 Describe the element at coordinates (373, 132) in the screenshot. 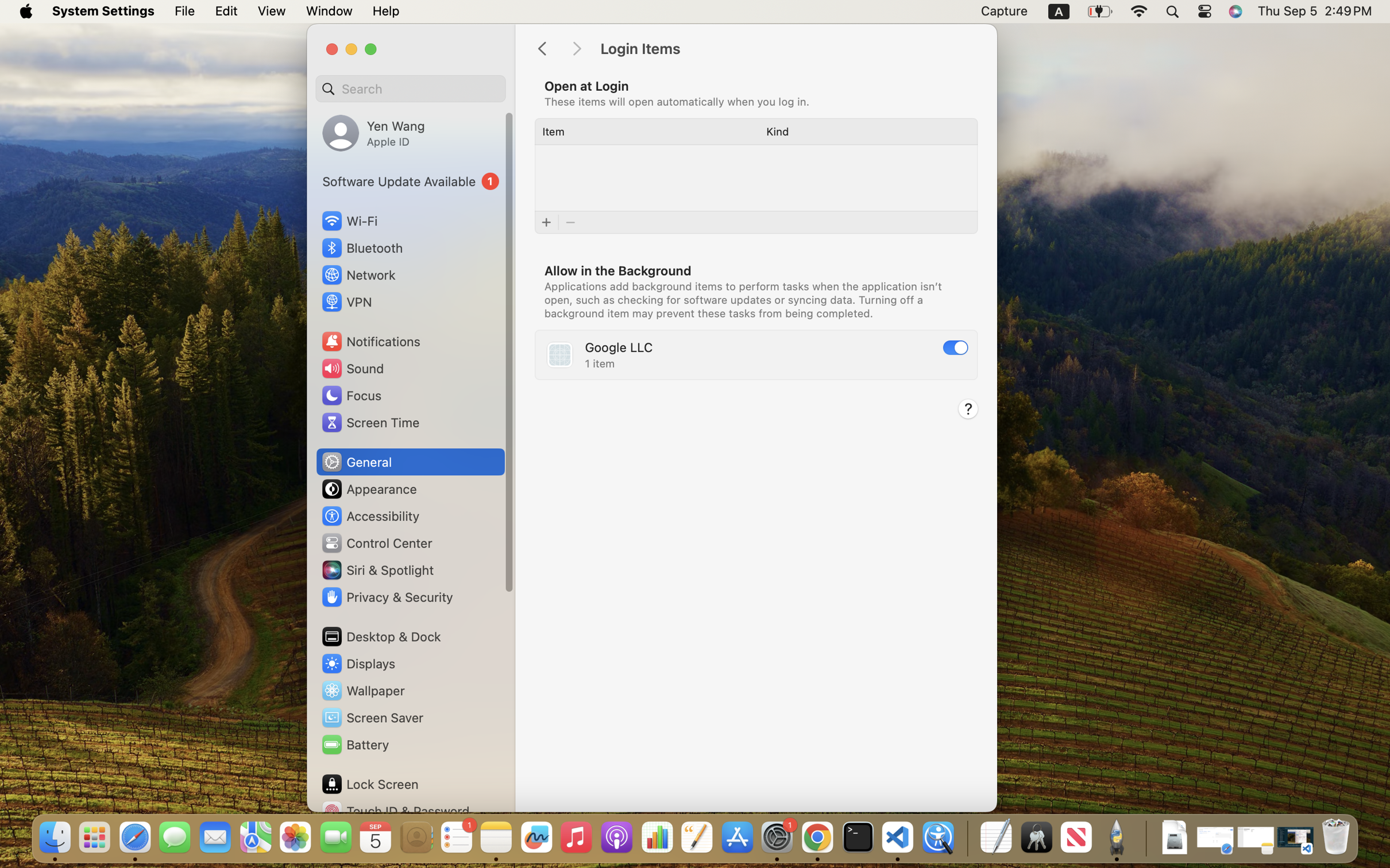

I see `'Yen Wang, Apple ID'` at that location.